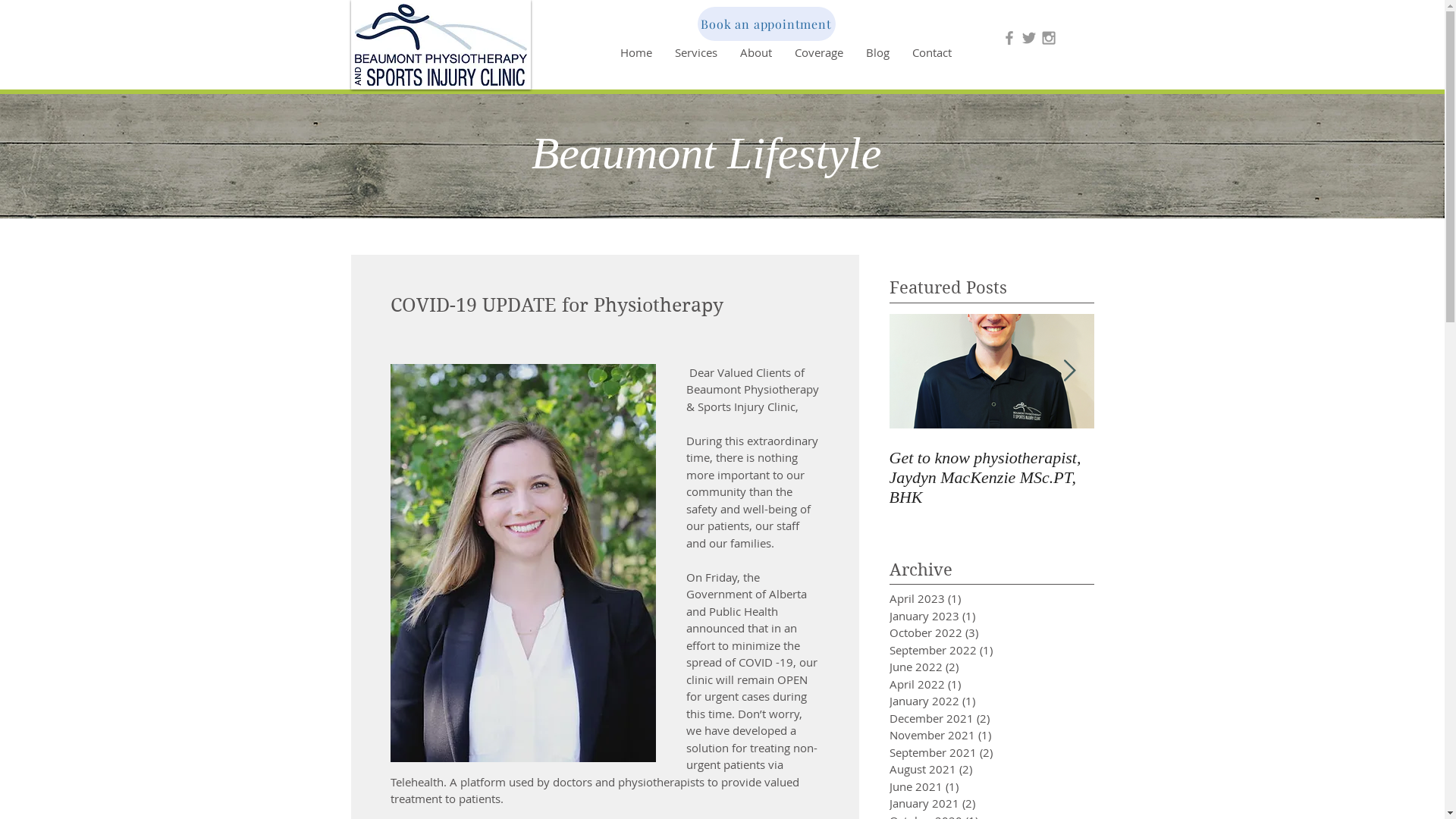 The width and height of the screenshot is (1456, 819). What do you see at coordinates (967, 734) in the screenshot?
I see `'November 2021 (1)'` at bounding box center [967, 734].